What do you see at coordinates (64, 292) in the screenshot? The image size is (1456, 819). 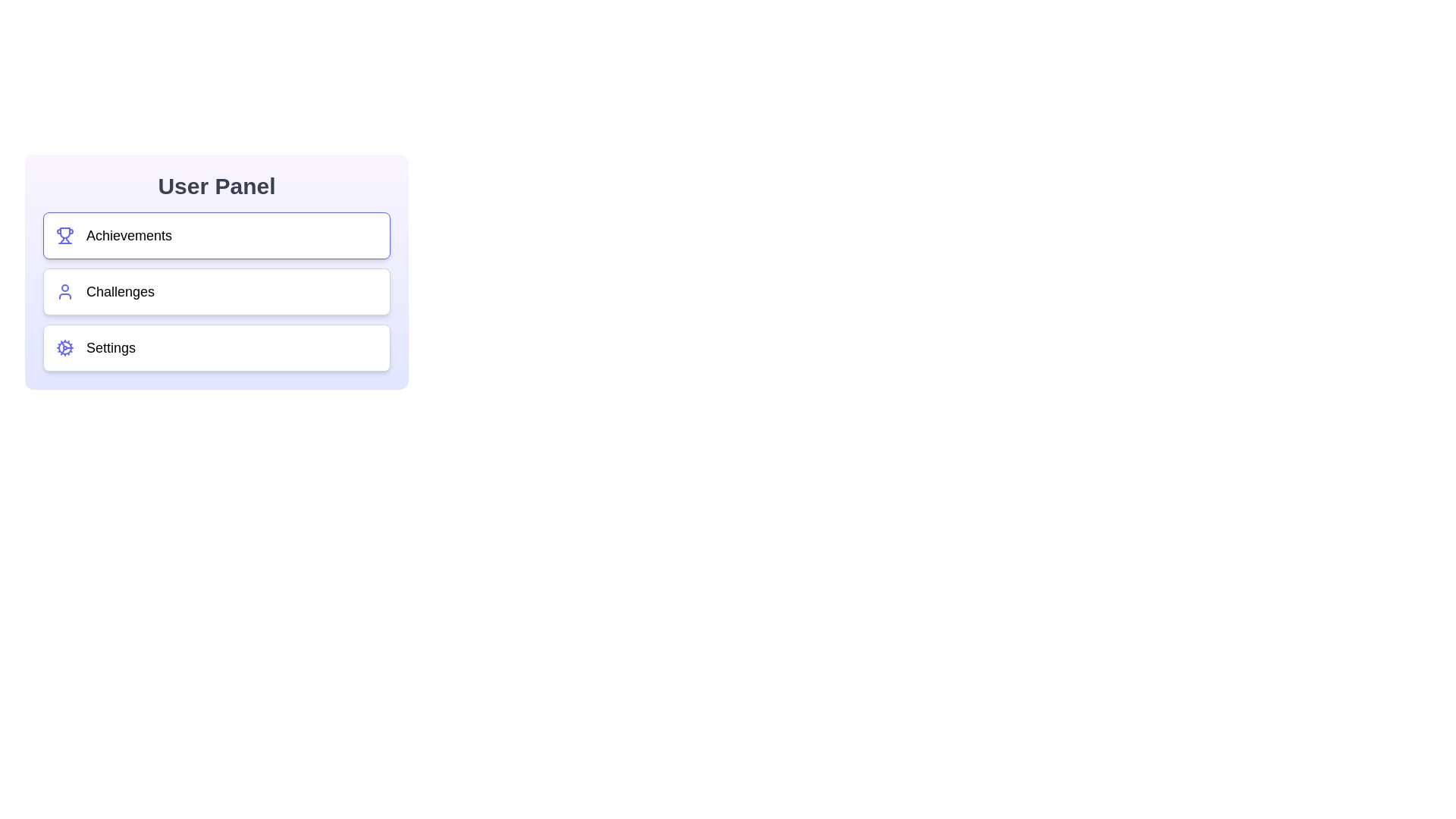 I see `the section icon corresponding to Challenges to inspect it` at bounding box center [64, 292].